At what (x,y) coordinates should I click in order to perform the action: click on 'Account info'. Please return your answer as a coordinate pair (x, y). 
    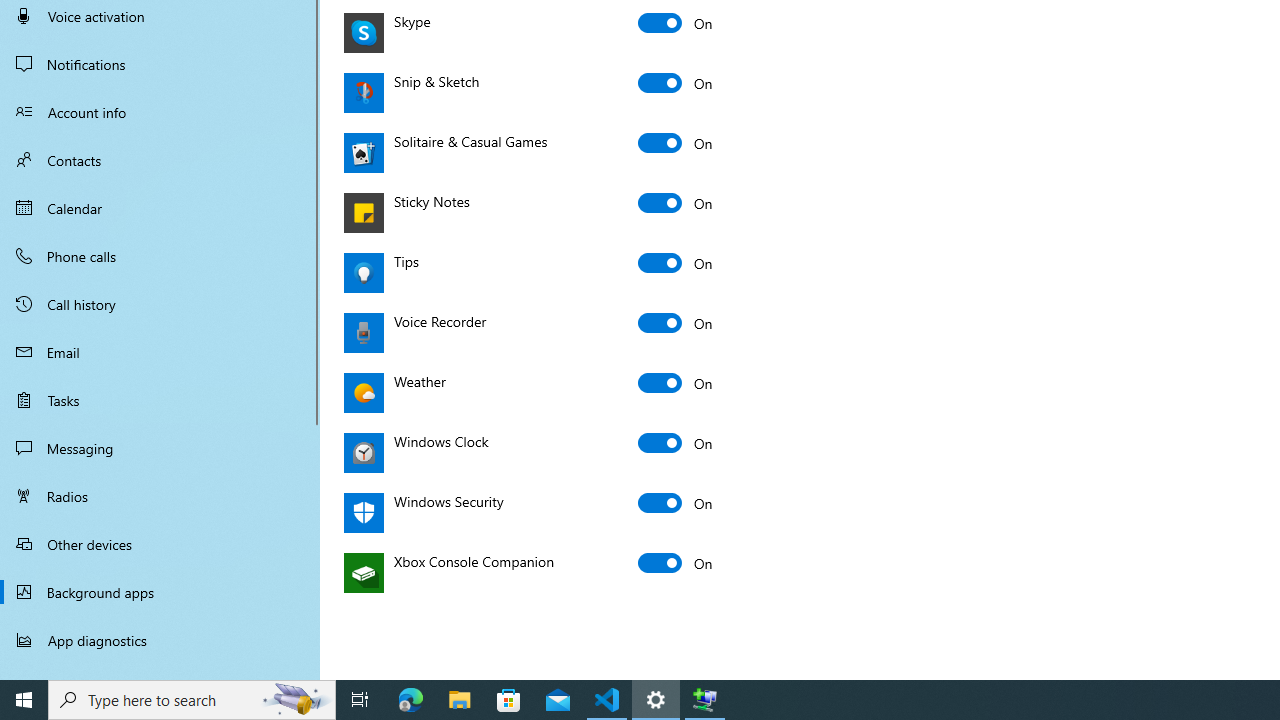
    Looking at the image, I should click on (160, 111).